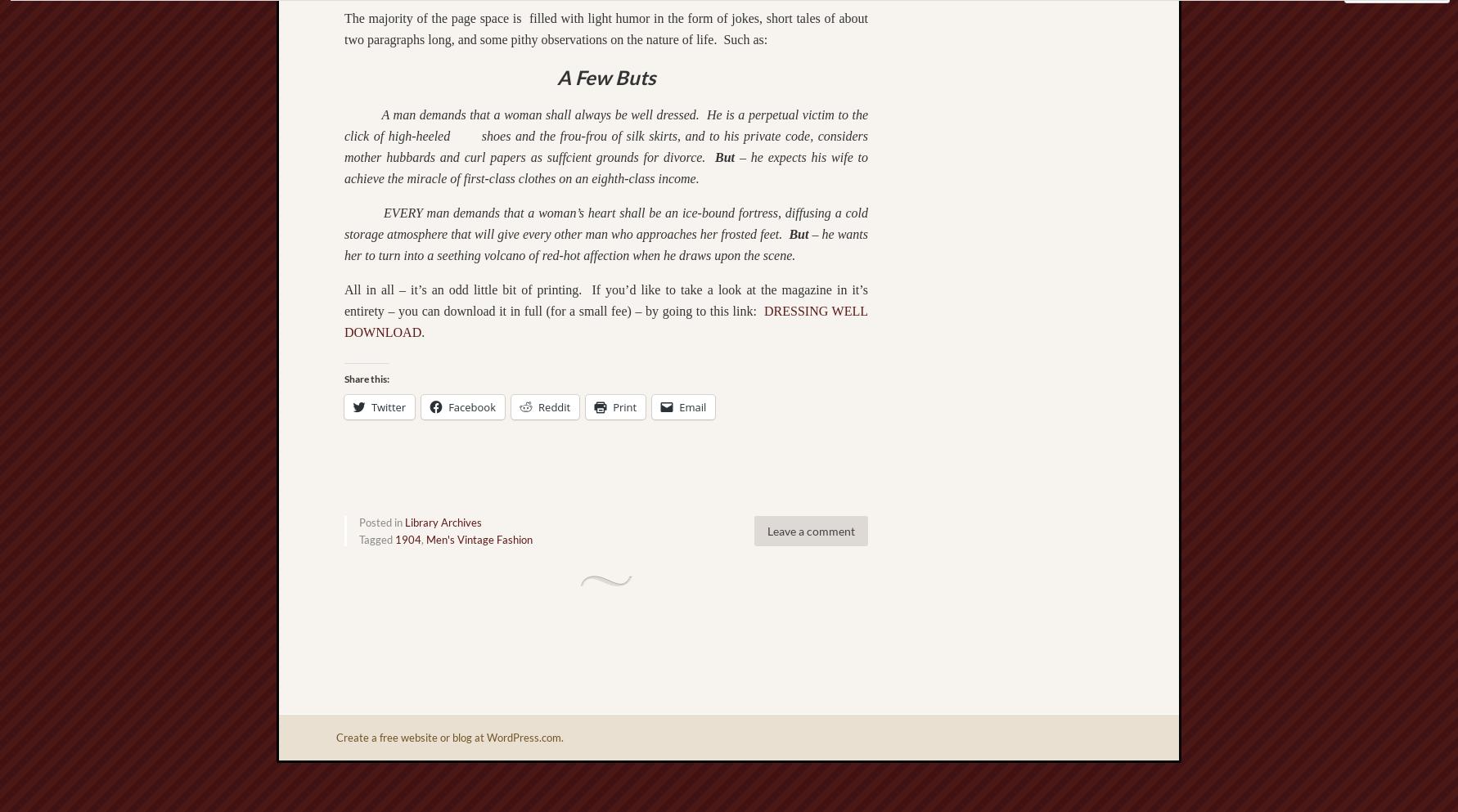 Image resolution: width=1458 pixels, height=812 pixels. I want to click on 'Men's Vintage Fashion', so click(425, 538).